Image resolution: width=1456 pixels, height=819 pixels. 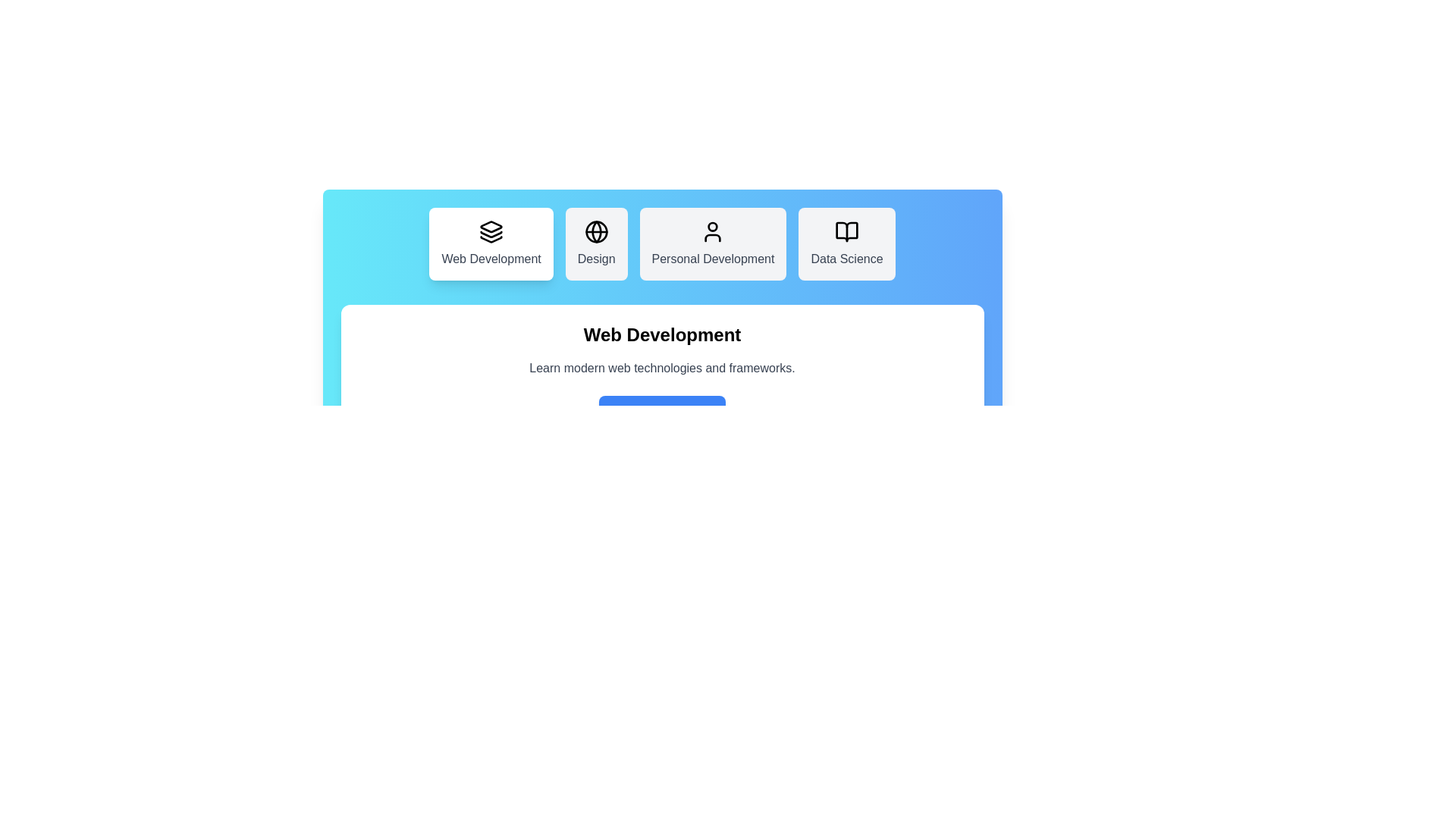 I want to click on the 'Explore Courses' button to proceed, so click(x=662, y=414).